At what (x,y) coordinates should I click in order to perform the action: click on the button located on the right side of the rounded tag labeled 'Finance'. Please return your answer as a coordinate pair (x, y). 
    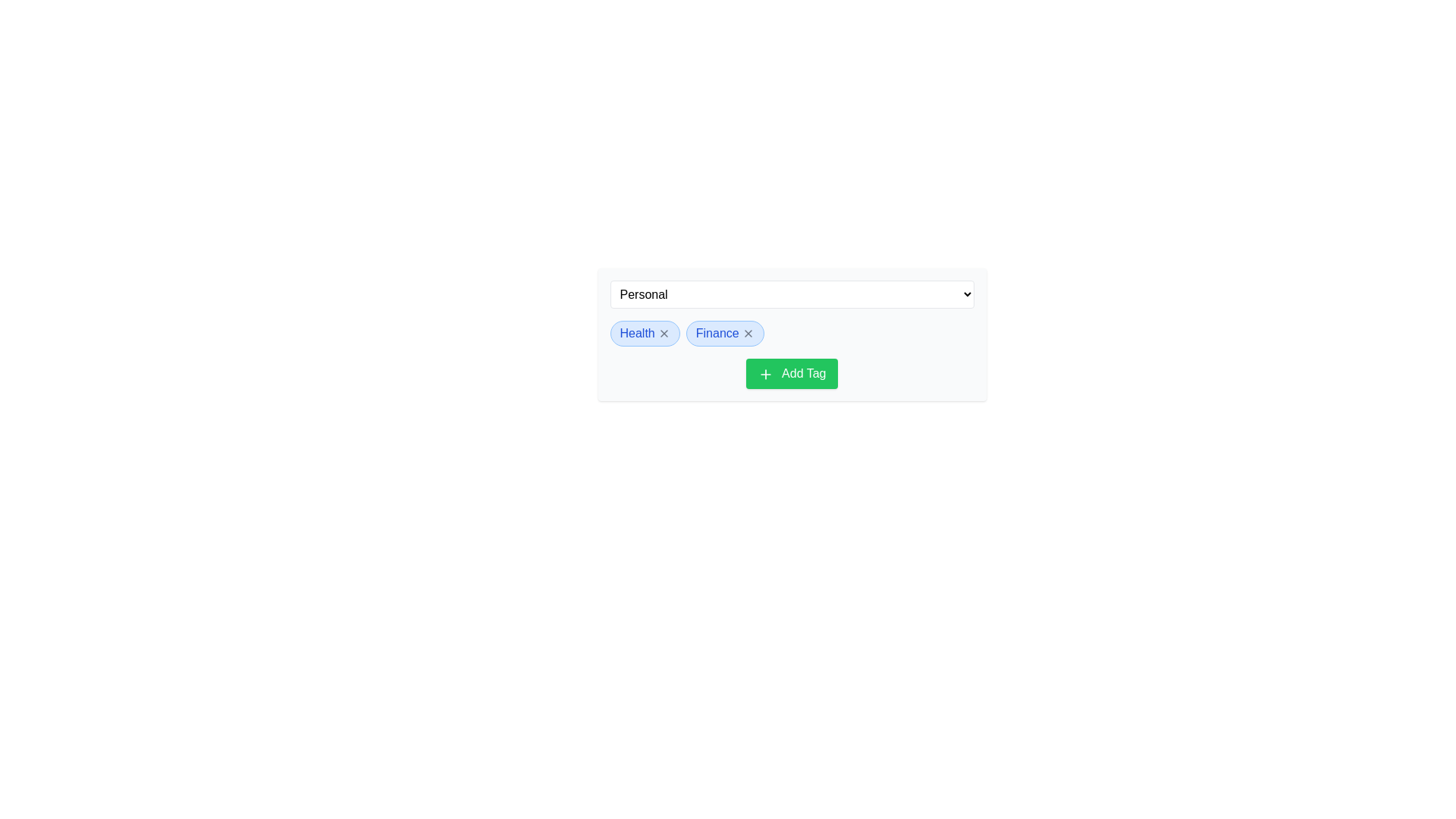
    Looking at the image, I should click on (748, 332).